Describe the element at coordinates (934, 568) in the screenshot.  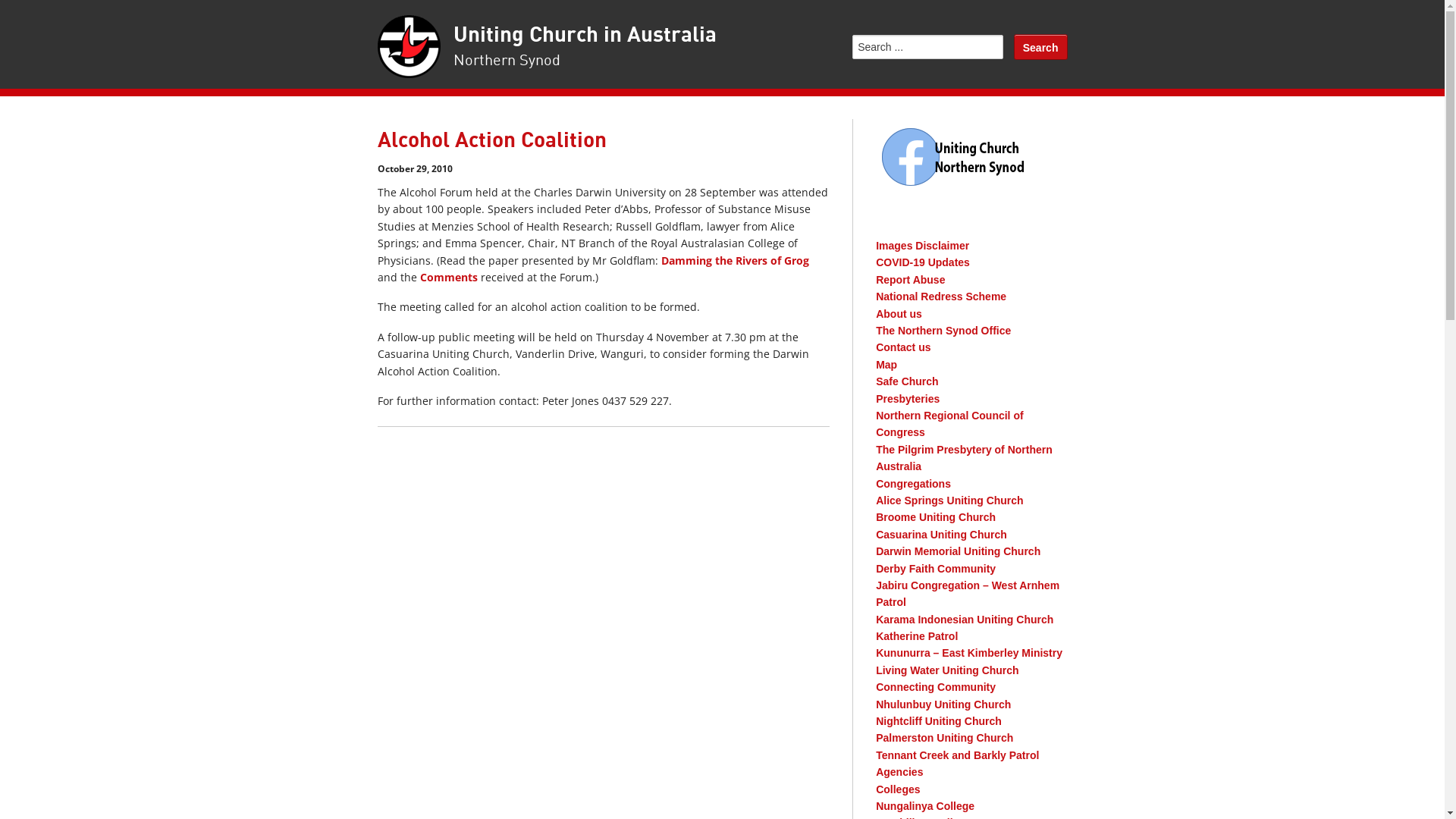
I see `'Derby Faith Community'` at that location.